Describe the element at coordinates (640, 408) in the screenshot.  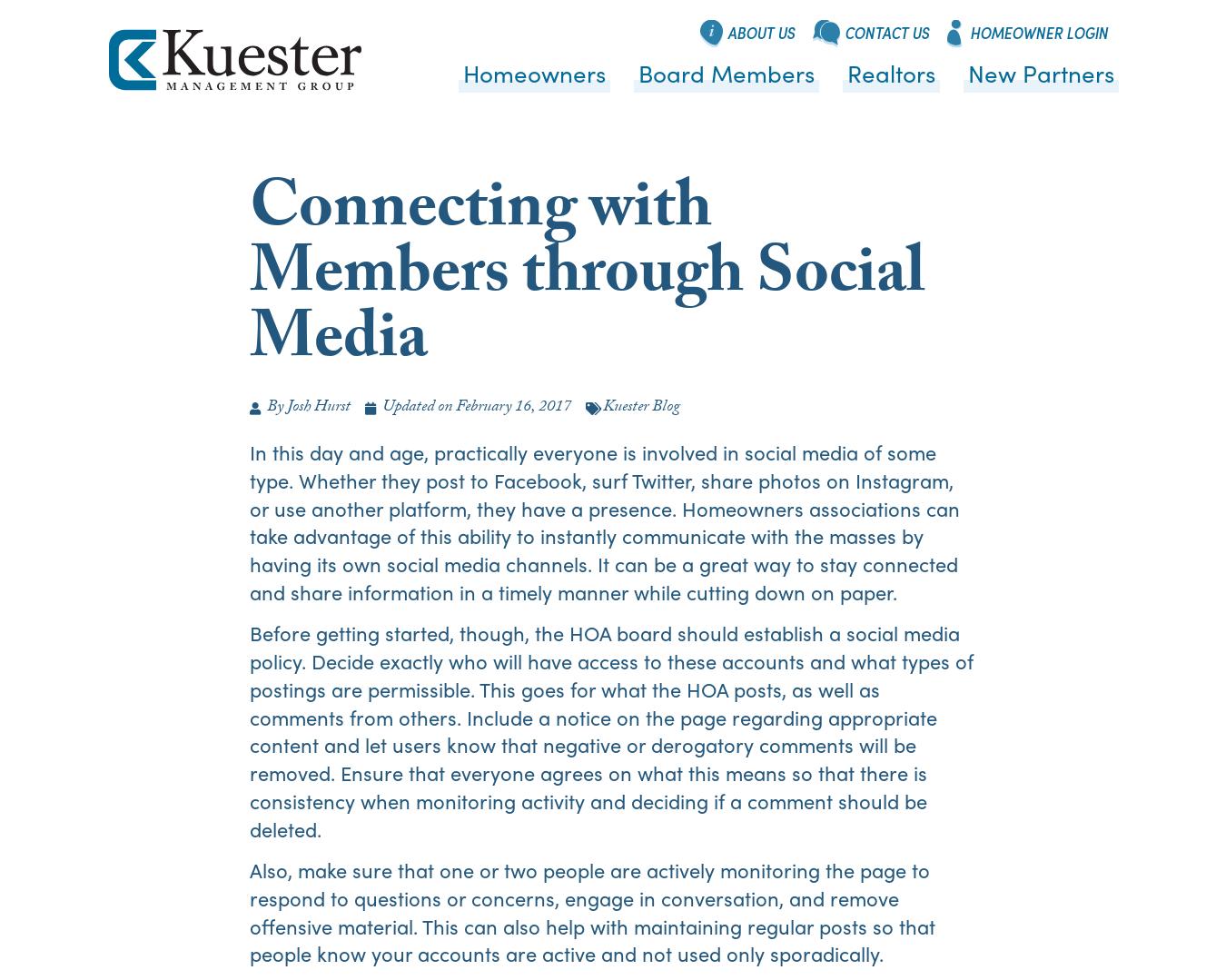
I see `'Kuester Blog'` at that location.